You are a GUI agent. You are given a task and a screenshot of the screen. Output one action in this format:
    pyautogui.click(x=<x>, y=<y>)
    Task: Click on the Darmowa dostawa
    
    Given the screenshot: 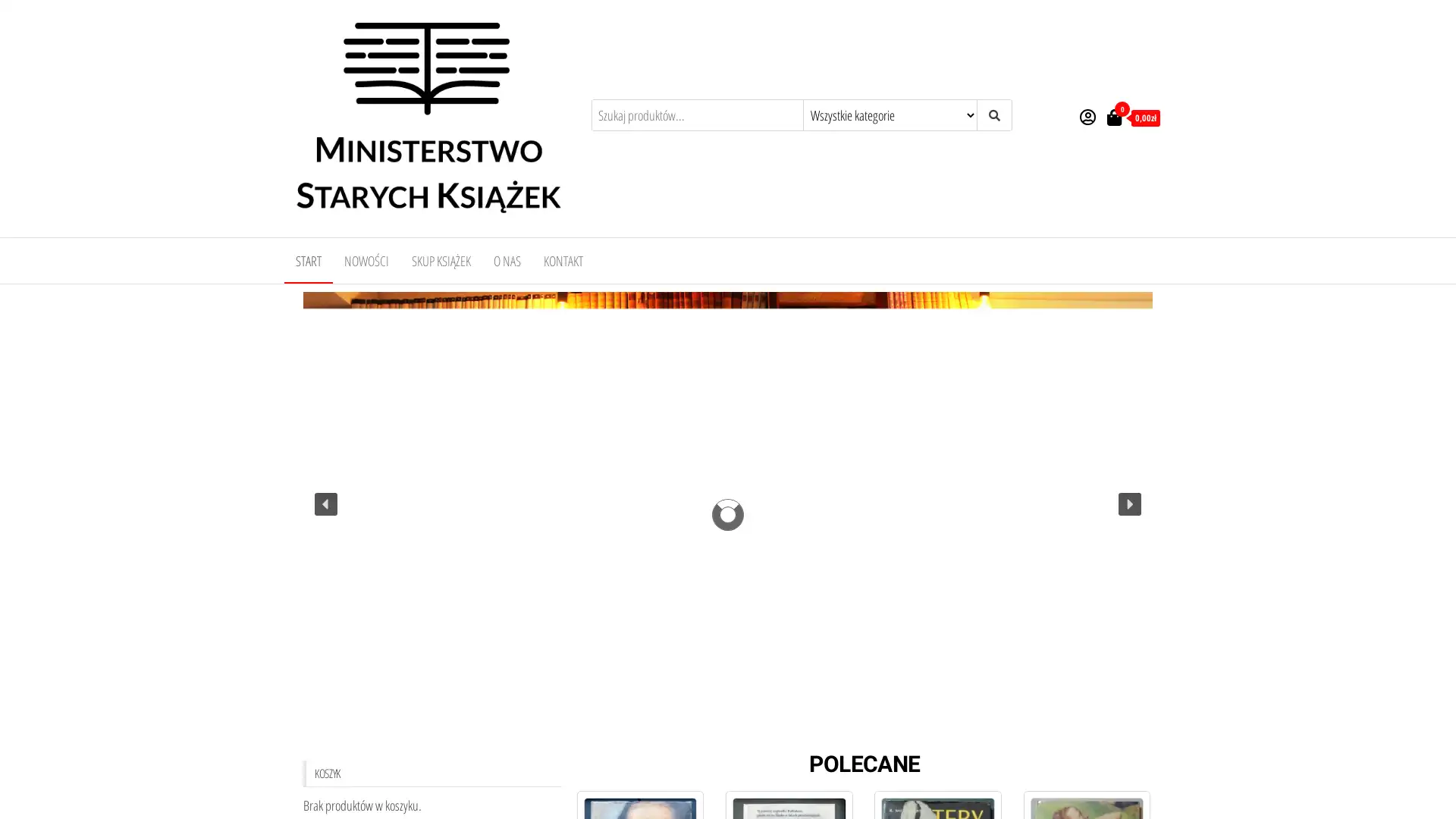 What is the action you would take?
    pyautogui.click(x=742, y=730)
    